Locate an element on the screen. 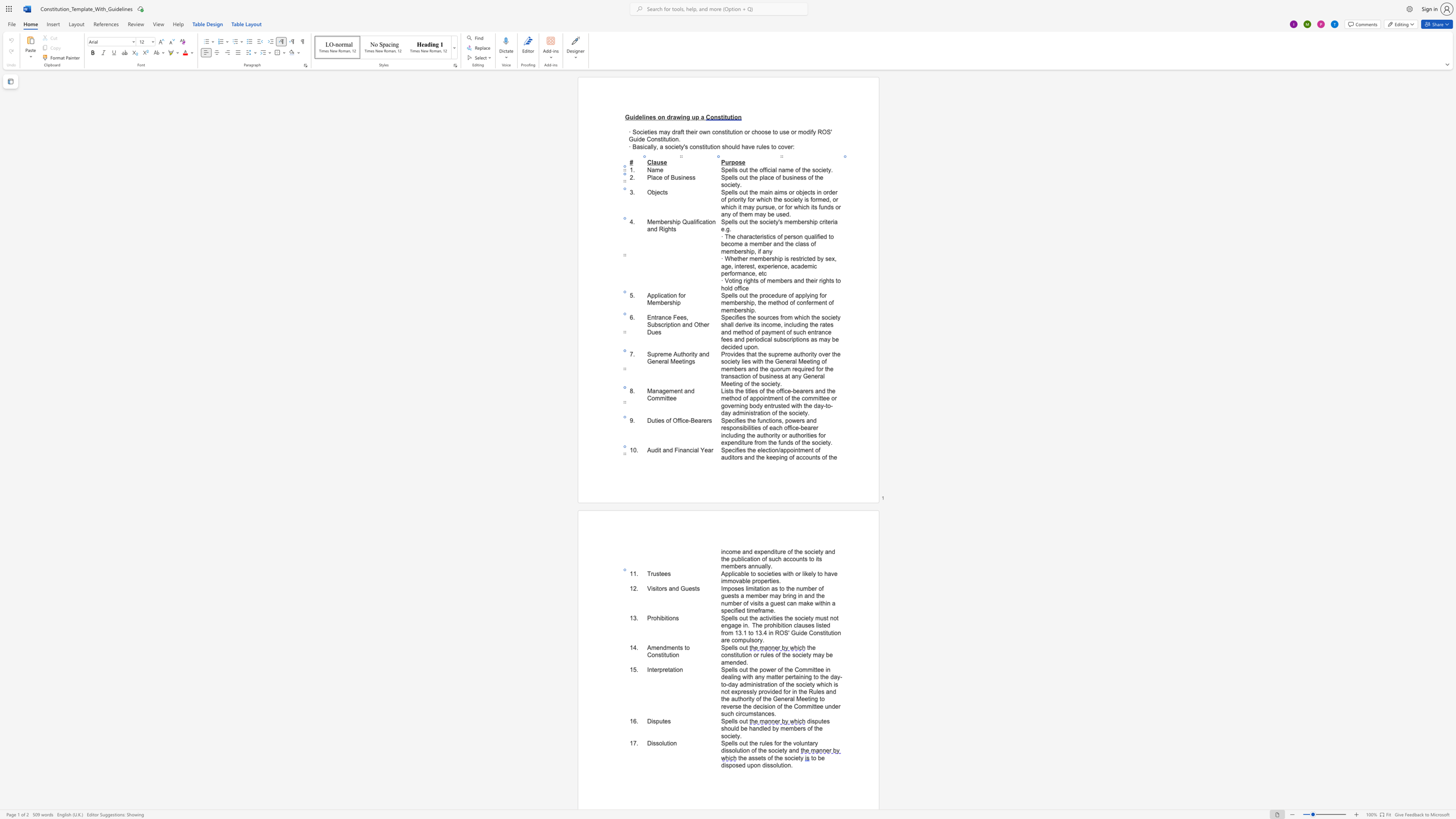 The height and width of the screenshot is (819, 1456). the 6th character "i" in the text is located at coordinates (779, 457).